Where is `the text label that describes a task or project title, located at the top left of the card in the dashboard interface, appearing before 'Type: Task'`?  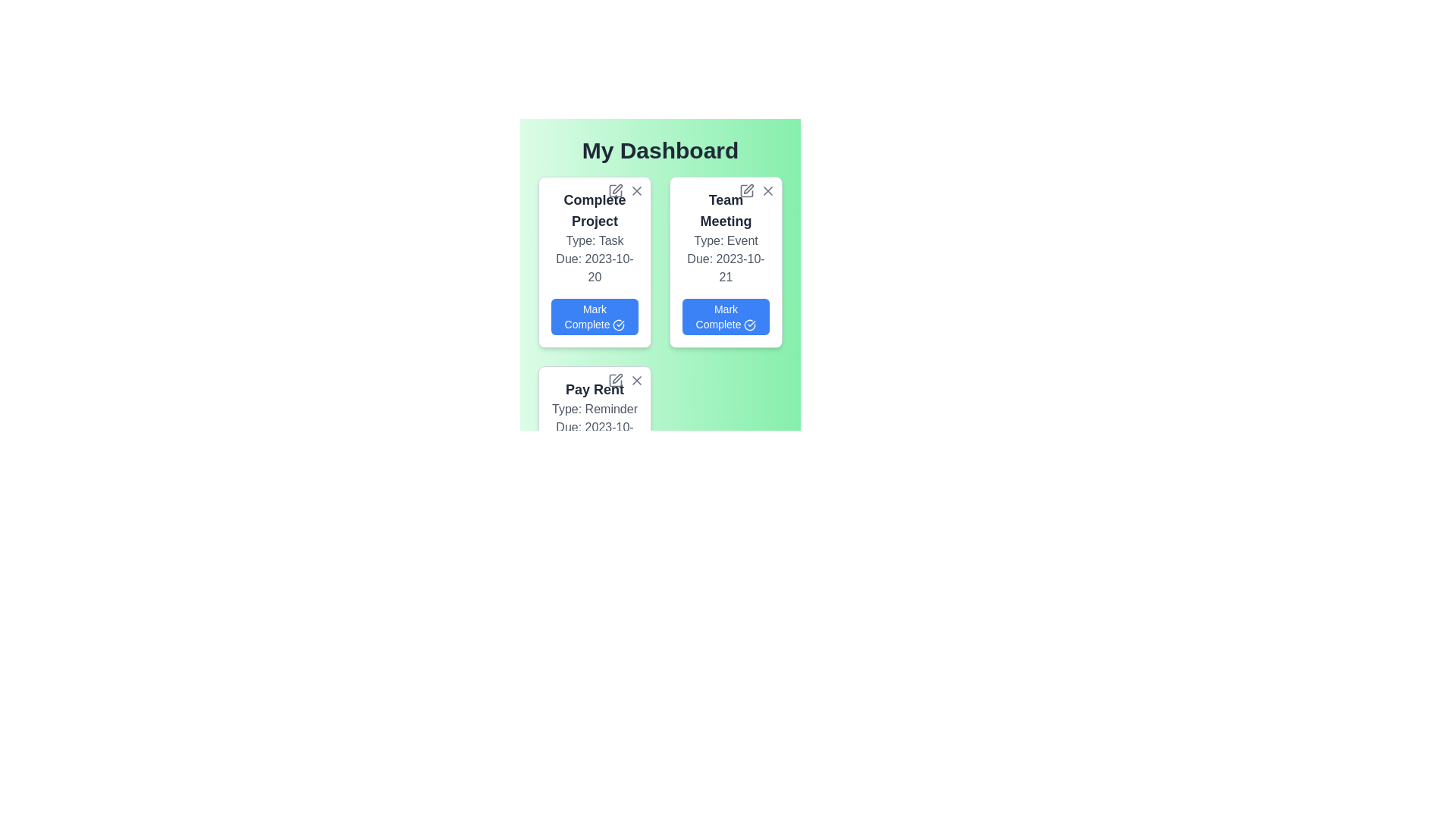 the text label that describes a task or project title, located at the top left of the card in the dashboard interface, appearing before 'Type: Task' is located at coordinates (594, 210).